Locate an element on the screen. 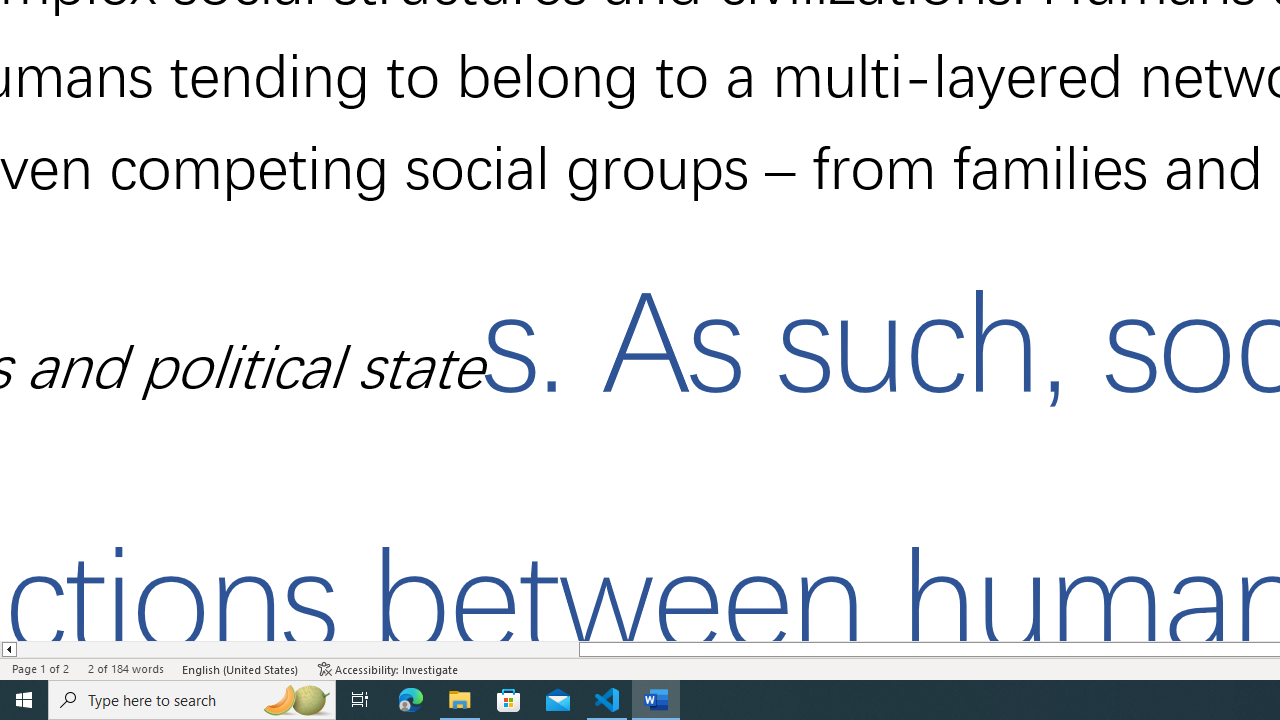 The height and width of the screenshot is (720, 1280). 'Accessibility Checker Accessibility: Investigate' is located at coordinates (388, 669).